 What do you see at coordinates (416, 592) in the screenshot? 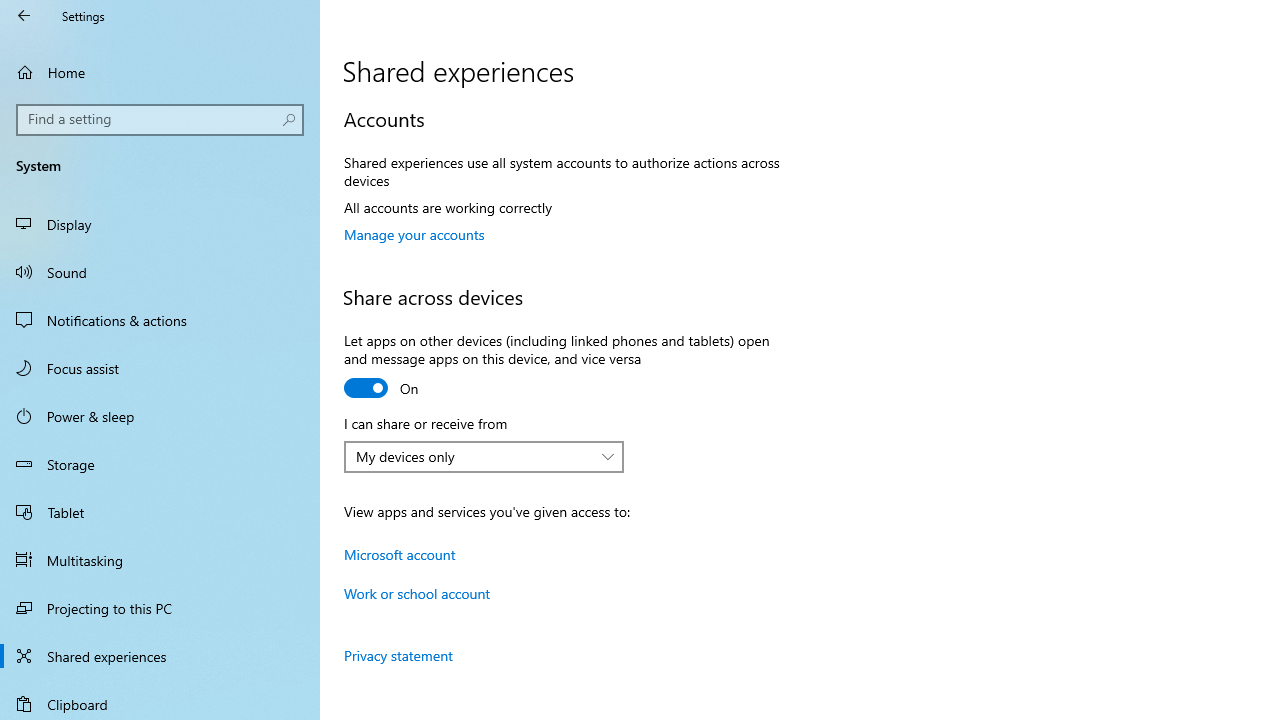
I see `'Work or school account'` at bounding box center [416, 592].